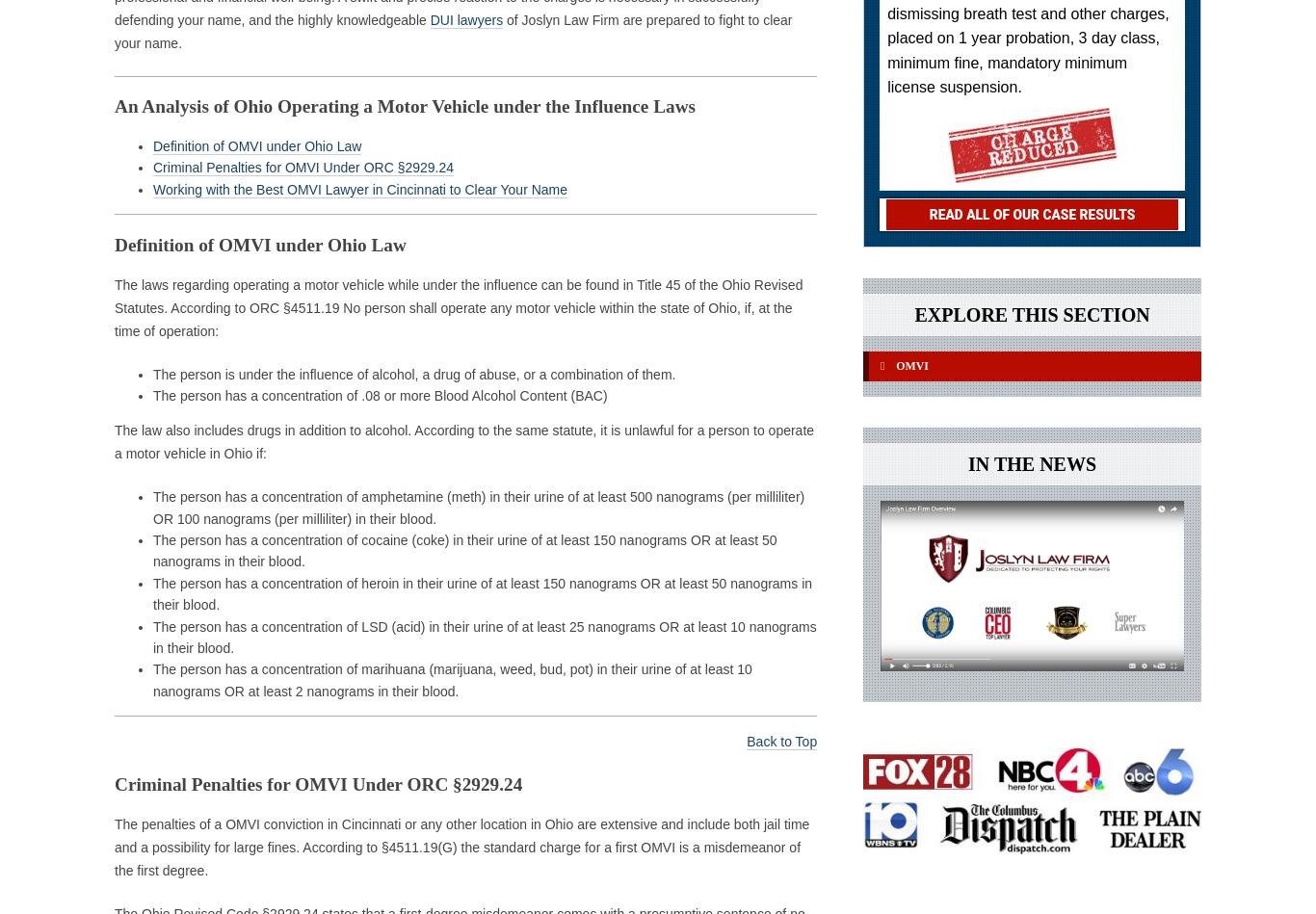 The width and height of the screenshot is (1316, 914). I want to click on 'Back to Top', so click(780, 742).